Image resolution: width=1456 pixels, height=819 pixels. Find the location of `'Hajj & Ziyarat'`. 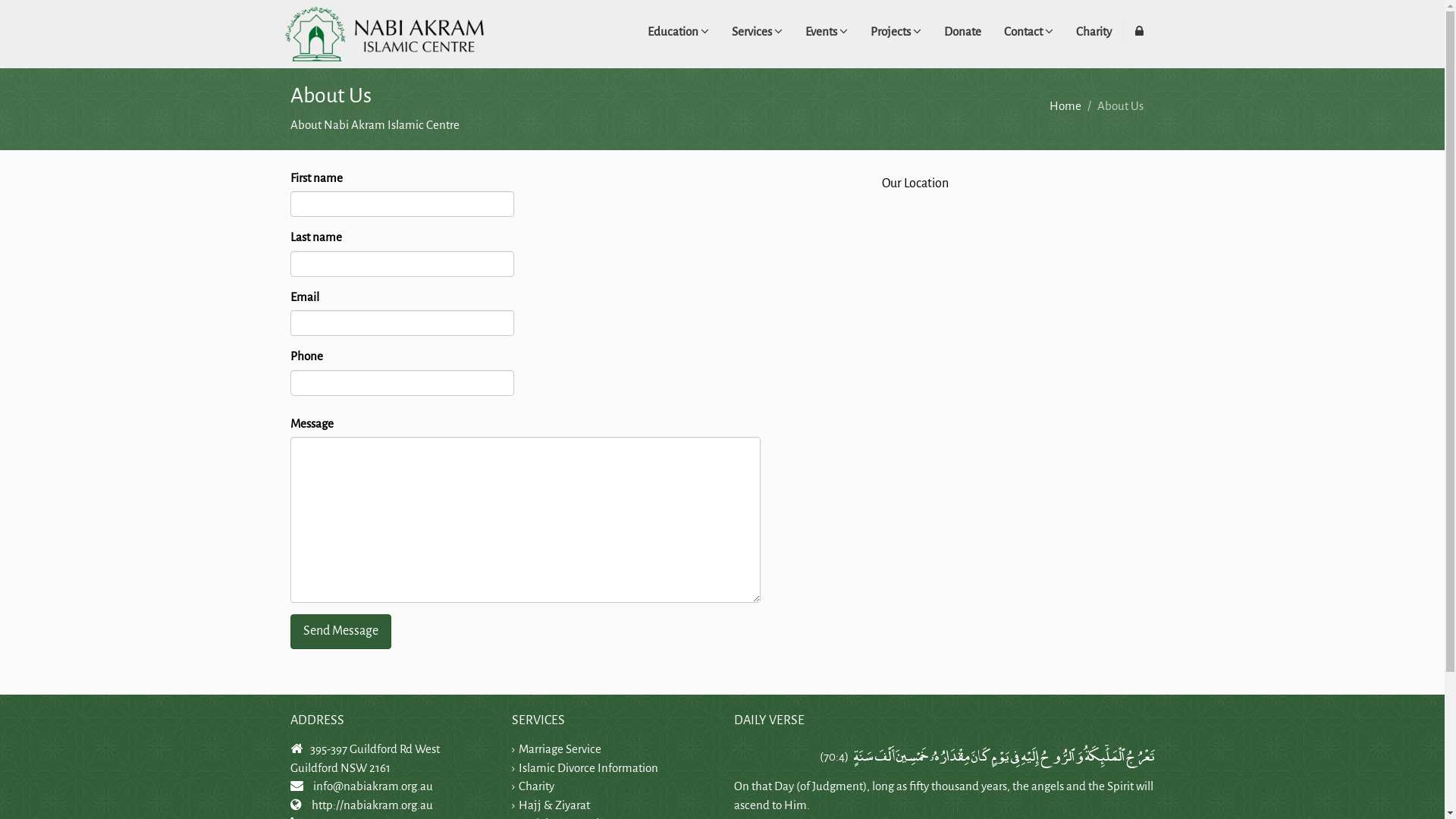

'Hajj & Ziyarat' is located at coordinates (519, 804).